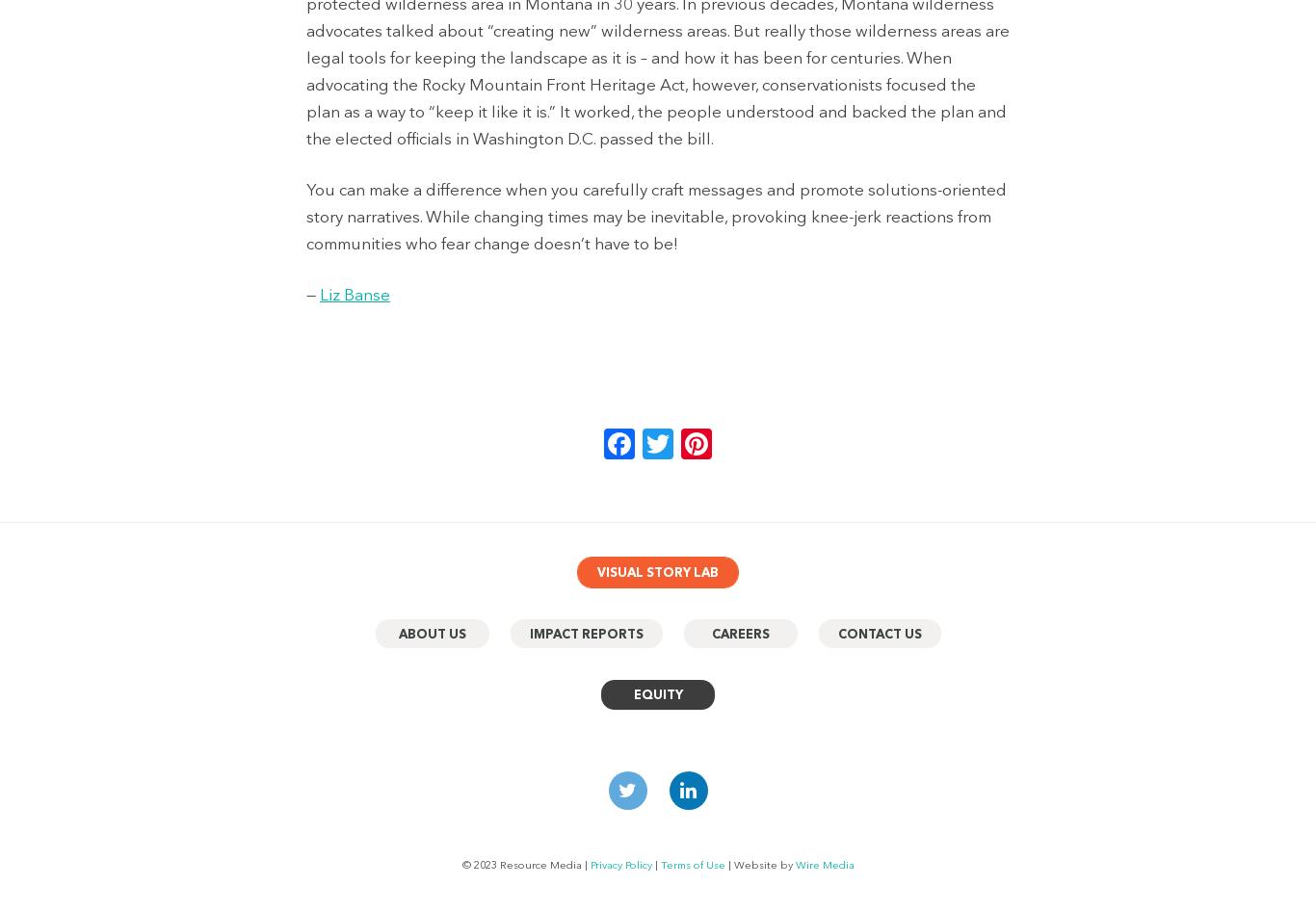  Describe the element at coordinates (705, 443) in the screenshot. I see `'Facebook'` at that location.